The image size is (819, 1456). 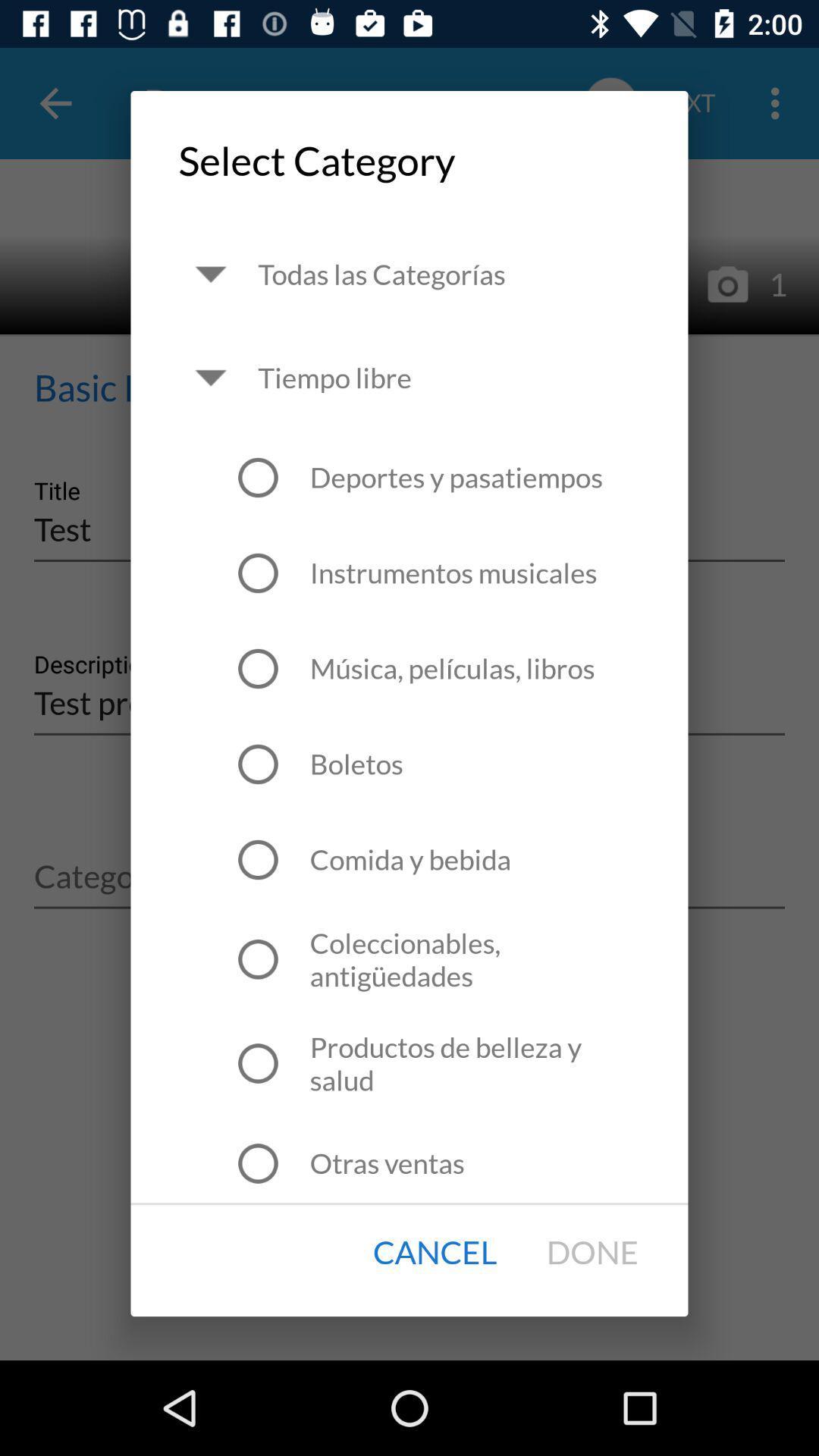 What do you see at coordinates (386, 1163) in the screenshot?
I see `item below productos de belleza item` at bounding box center [386, 1163].